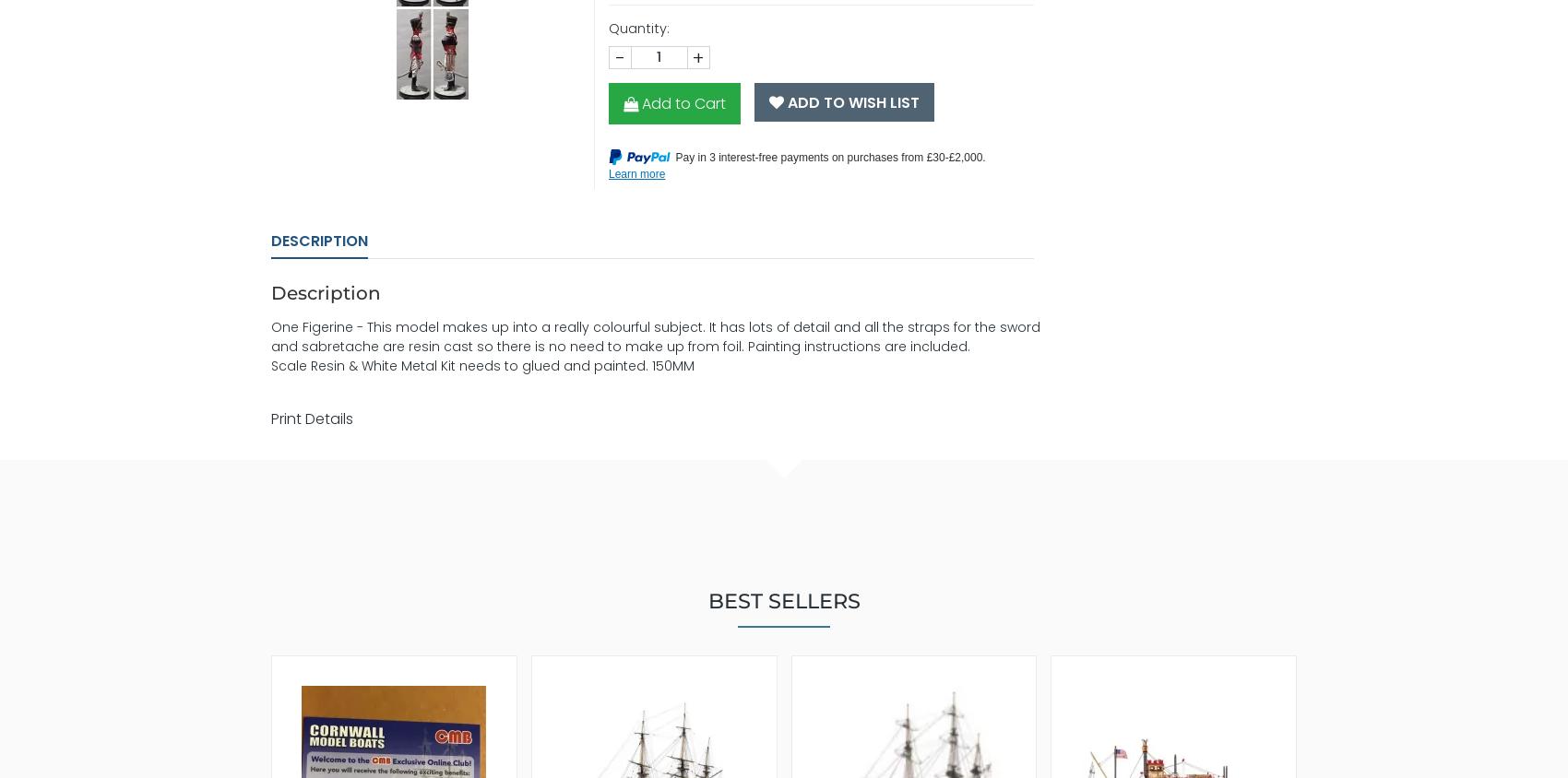 This screenshot has width=1568, height=778. Describe the element at coordinates (619, 56) in the screenshot. I see `'-'` at that location.